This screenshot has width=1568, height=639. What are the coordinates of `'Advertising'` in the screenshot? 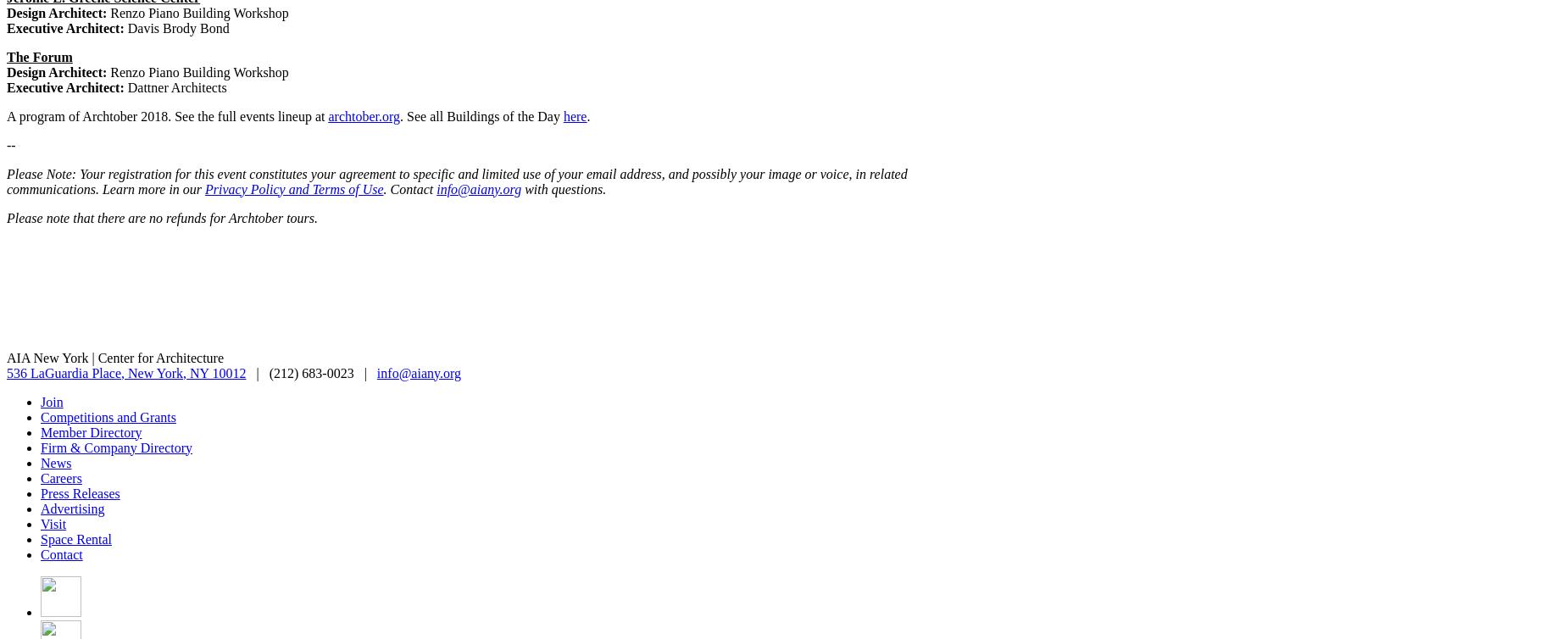 It's located at (39, 507).